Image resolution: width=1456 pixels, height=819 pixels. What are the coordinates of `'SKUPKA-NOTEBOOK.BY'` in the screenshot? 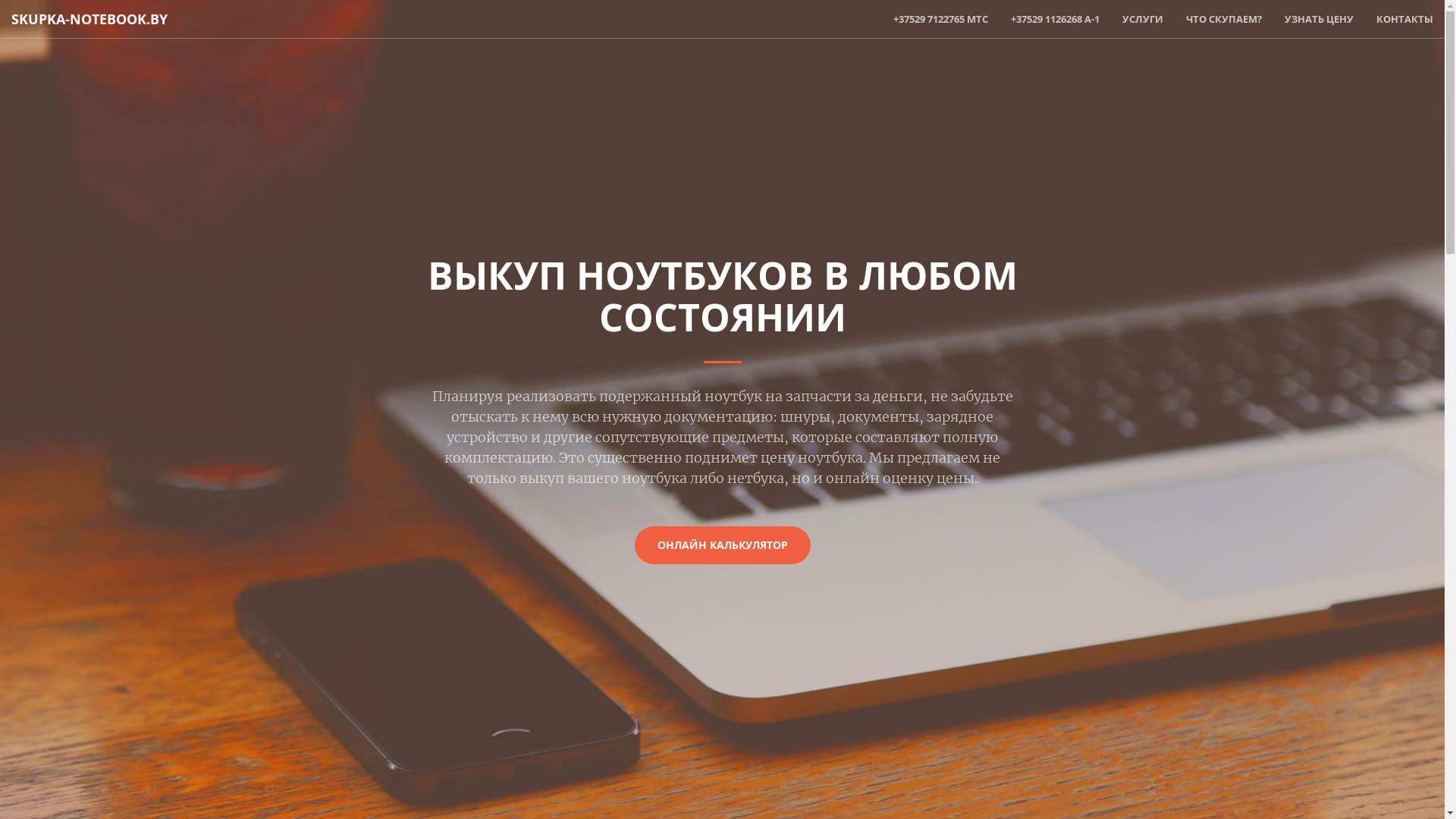 It's located at (89, 18).